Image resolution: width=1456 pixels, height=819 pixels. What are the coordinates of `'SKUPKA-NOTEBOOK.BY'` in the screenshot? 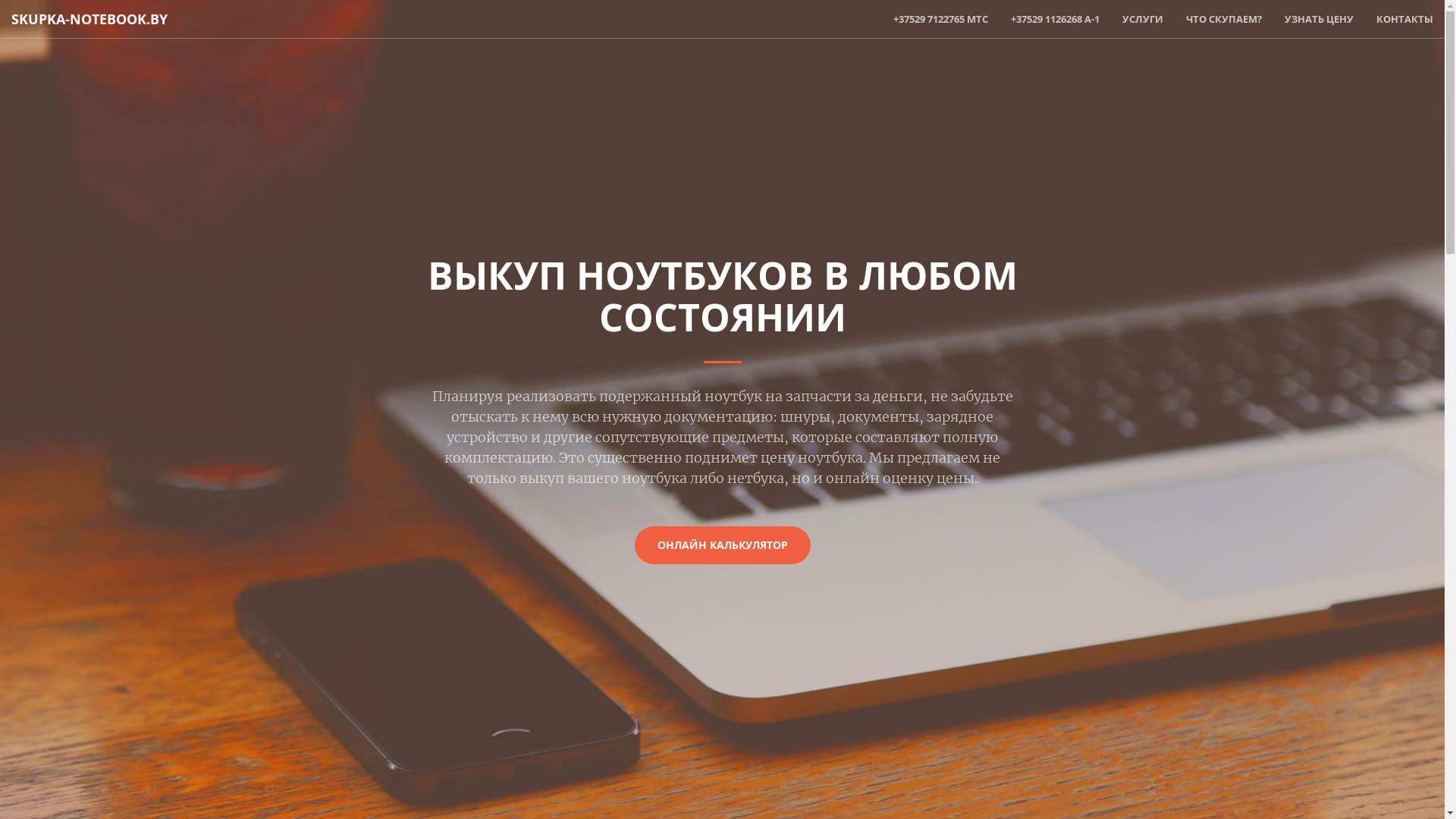 It's located at (89, 18).